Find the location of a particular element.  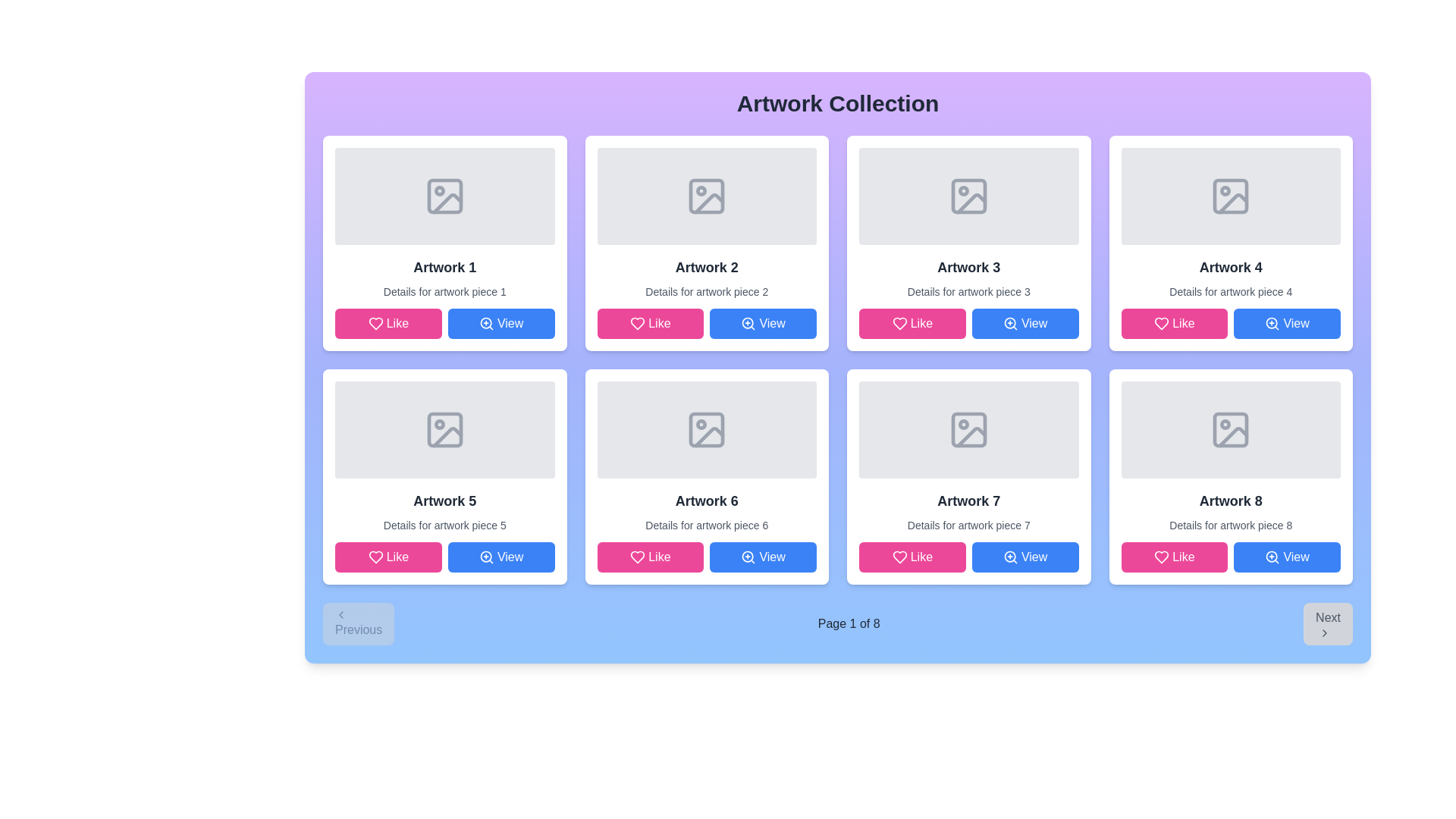

the 'Like' icon located in the sixth card under 'Details for artwork piece 6' is located at coordinates (638, 557).